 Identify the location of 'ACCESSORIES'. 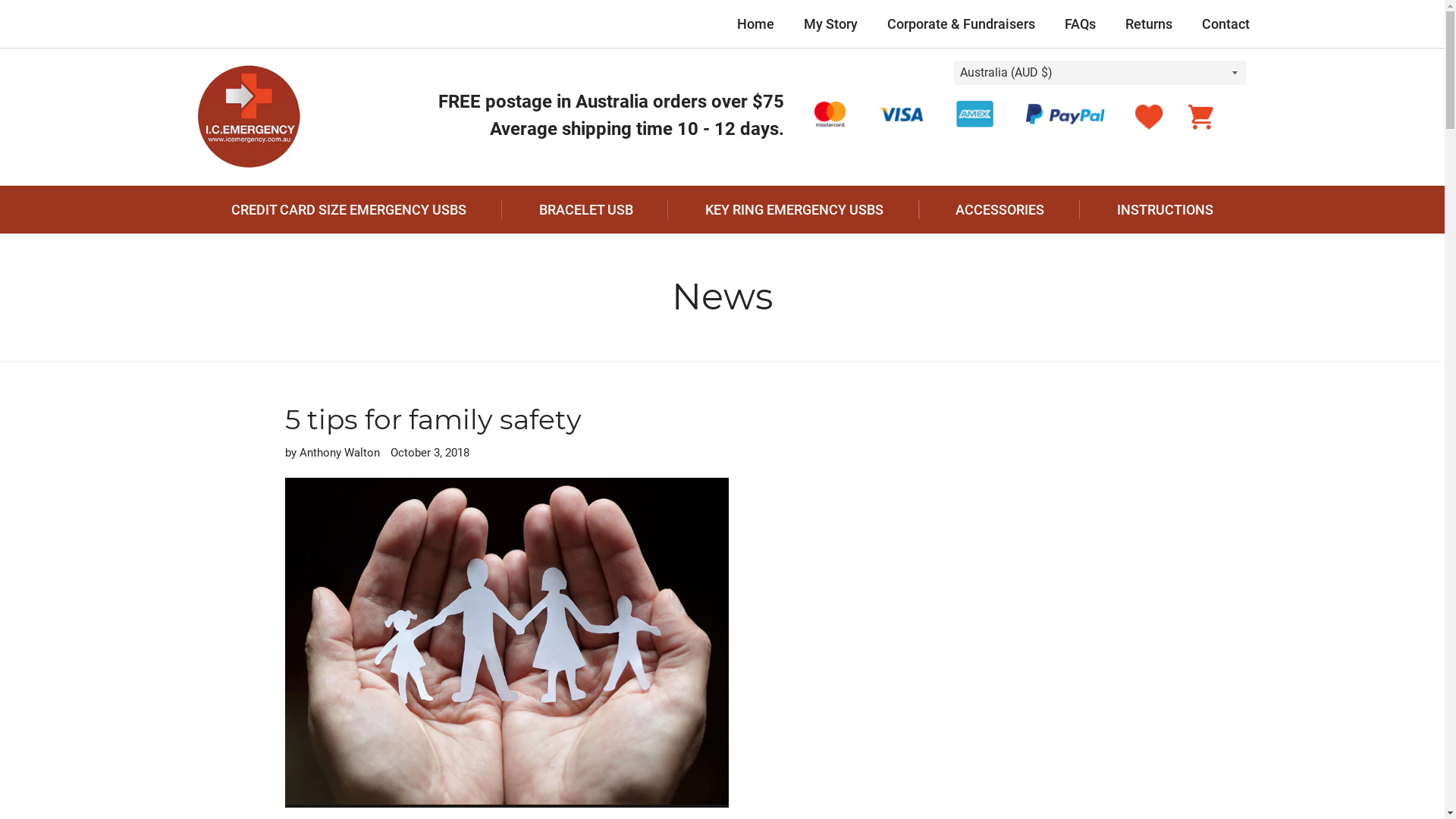
(1000, 209).